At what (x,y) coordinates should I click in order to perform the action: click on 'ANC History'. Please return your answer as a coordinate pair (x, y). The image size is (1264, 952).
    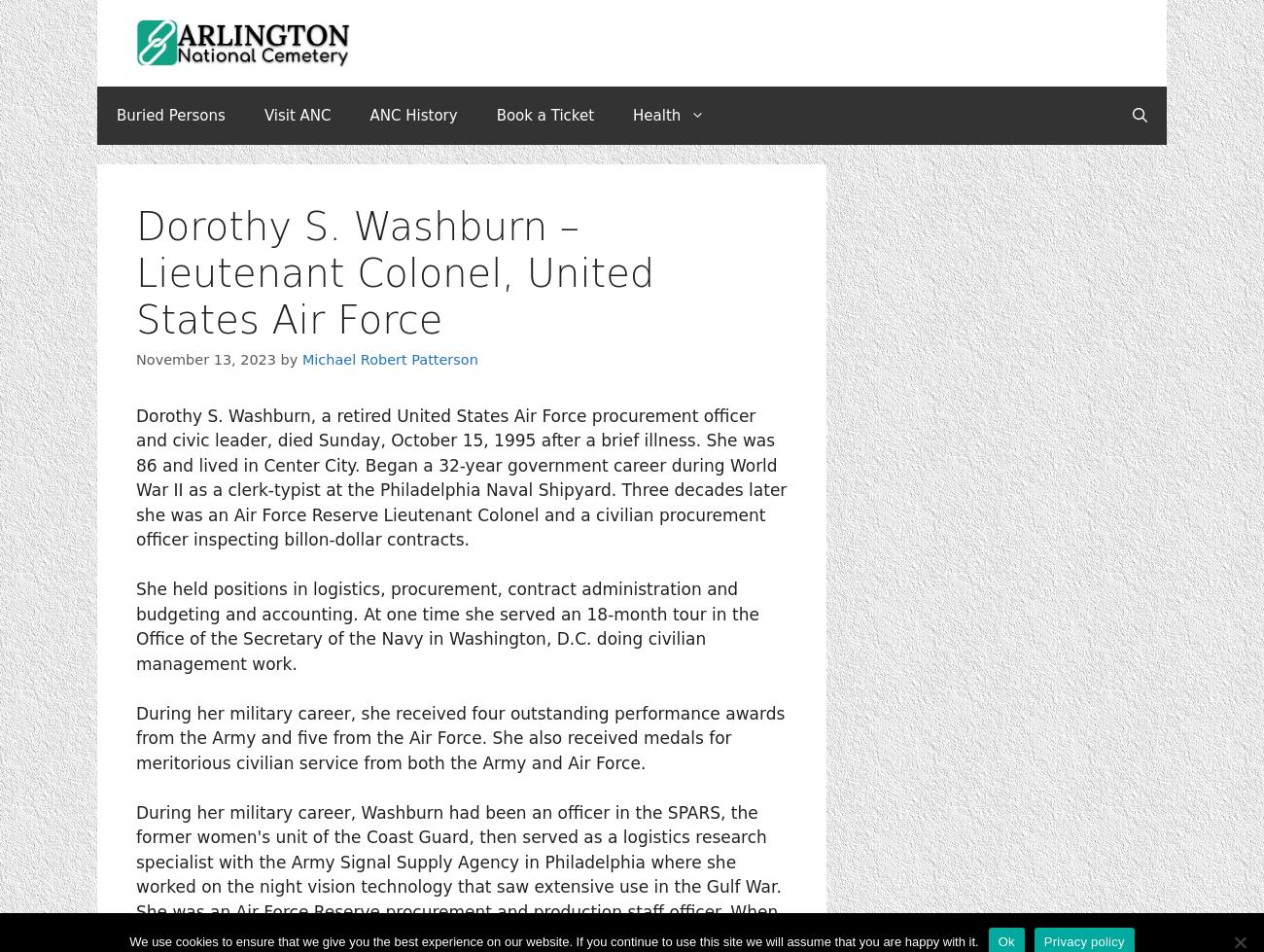
    Looking at the image, I should click on (412, 116).